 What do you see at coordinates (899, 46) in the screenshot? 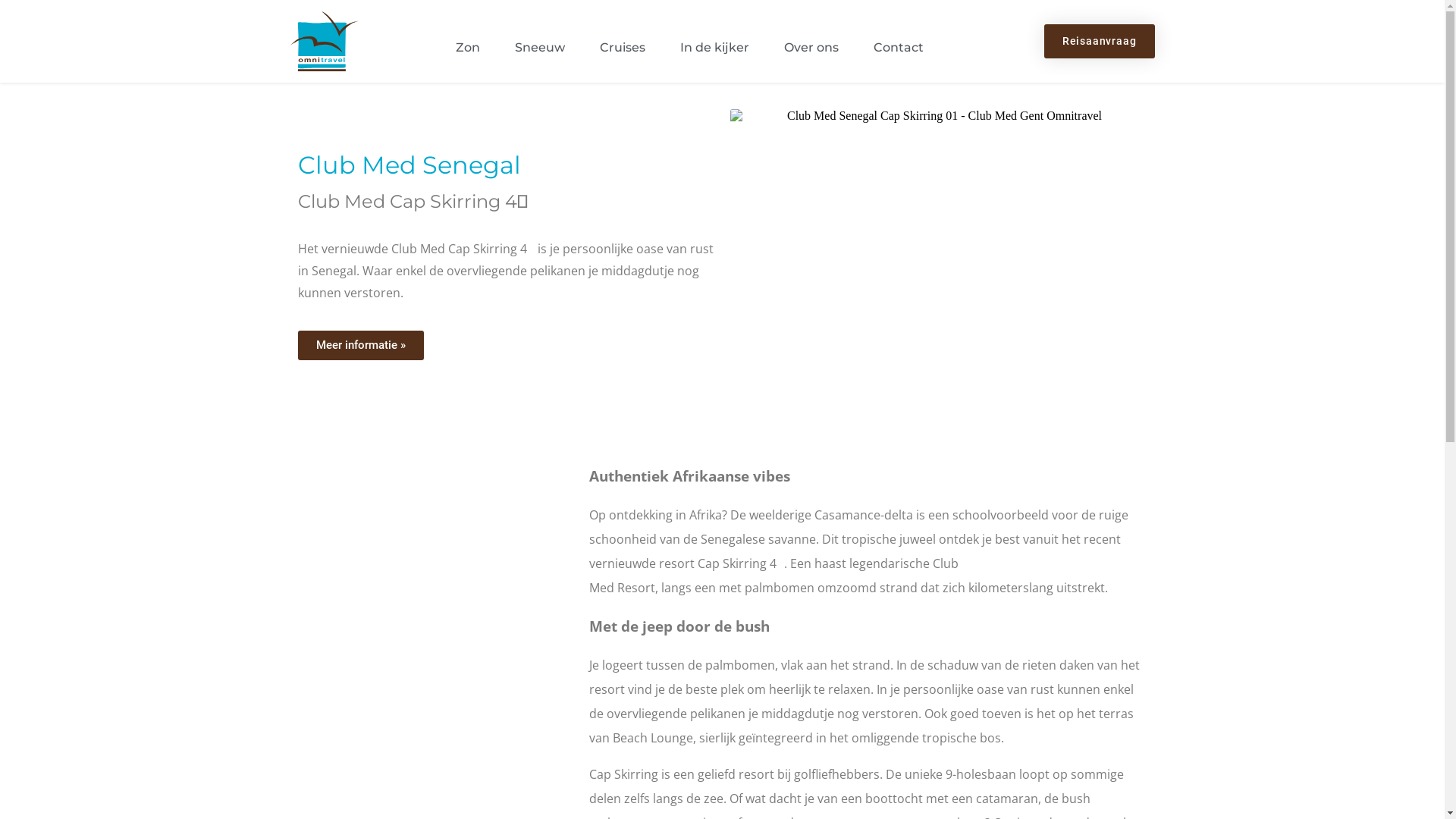
I see `'Contact'` at bounding box center [899, 46].